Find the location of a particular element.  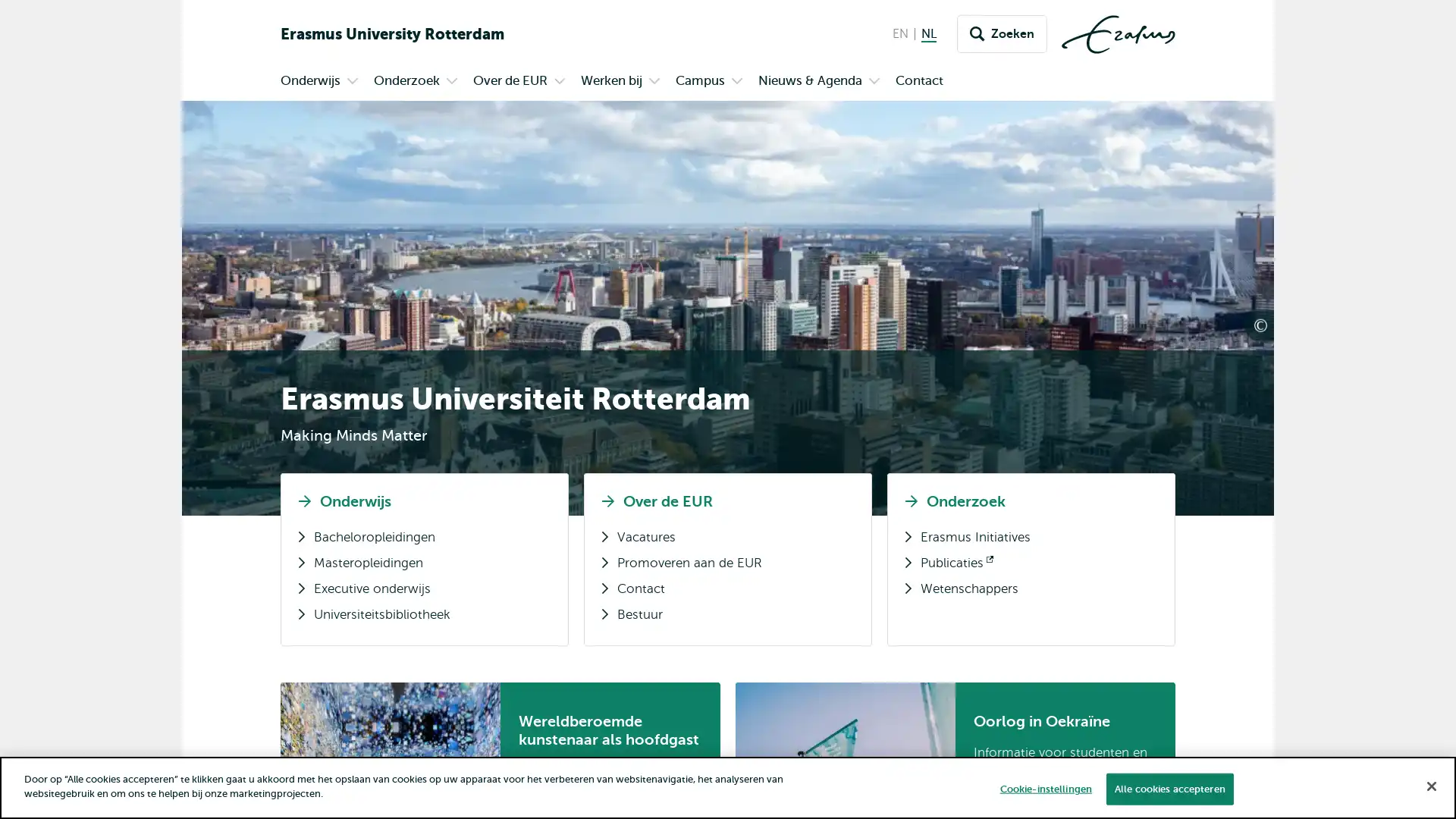

Cookie-instellingen is located at coordinates (1044, 788).